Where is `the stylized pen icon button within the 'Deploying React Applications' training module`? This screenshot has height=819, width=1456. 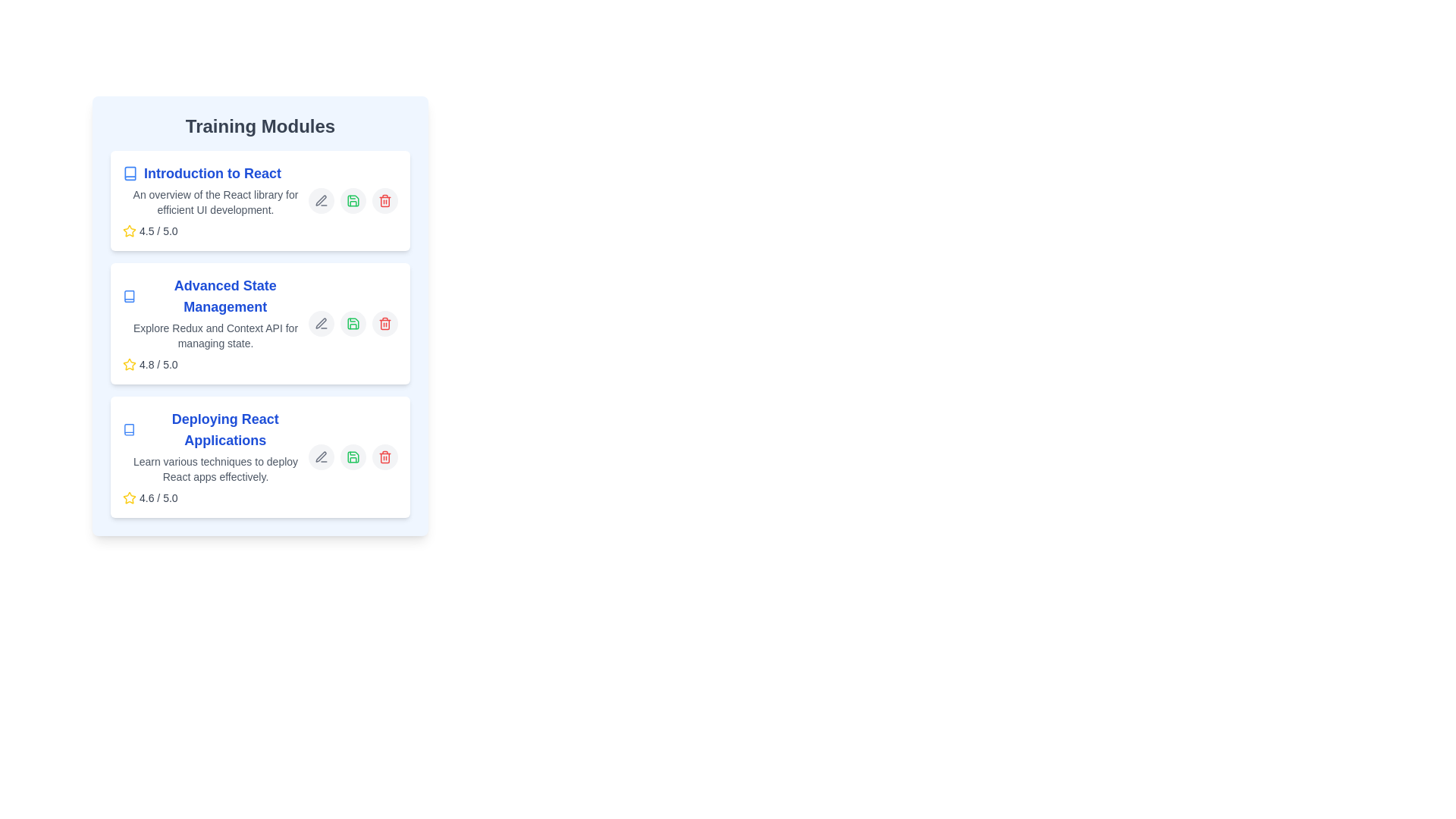 the stylized pen icon button within the 'Deploying React Applications' training module is located at coordinates (320, 456).